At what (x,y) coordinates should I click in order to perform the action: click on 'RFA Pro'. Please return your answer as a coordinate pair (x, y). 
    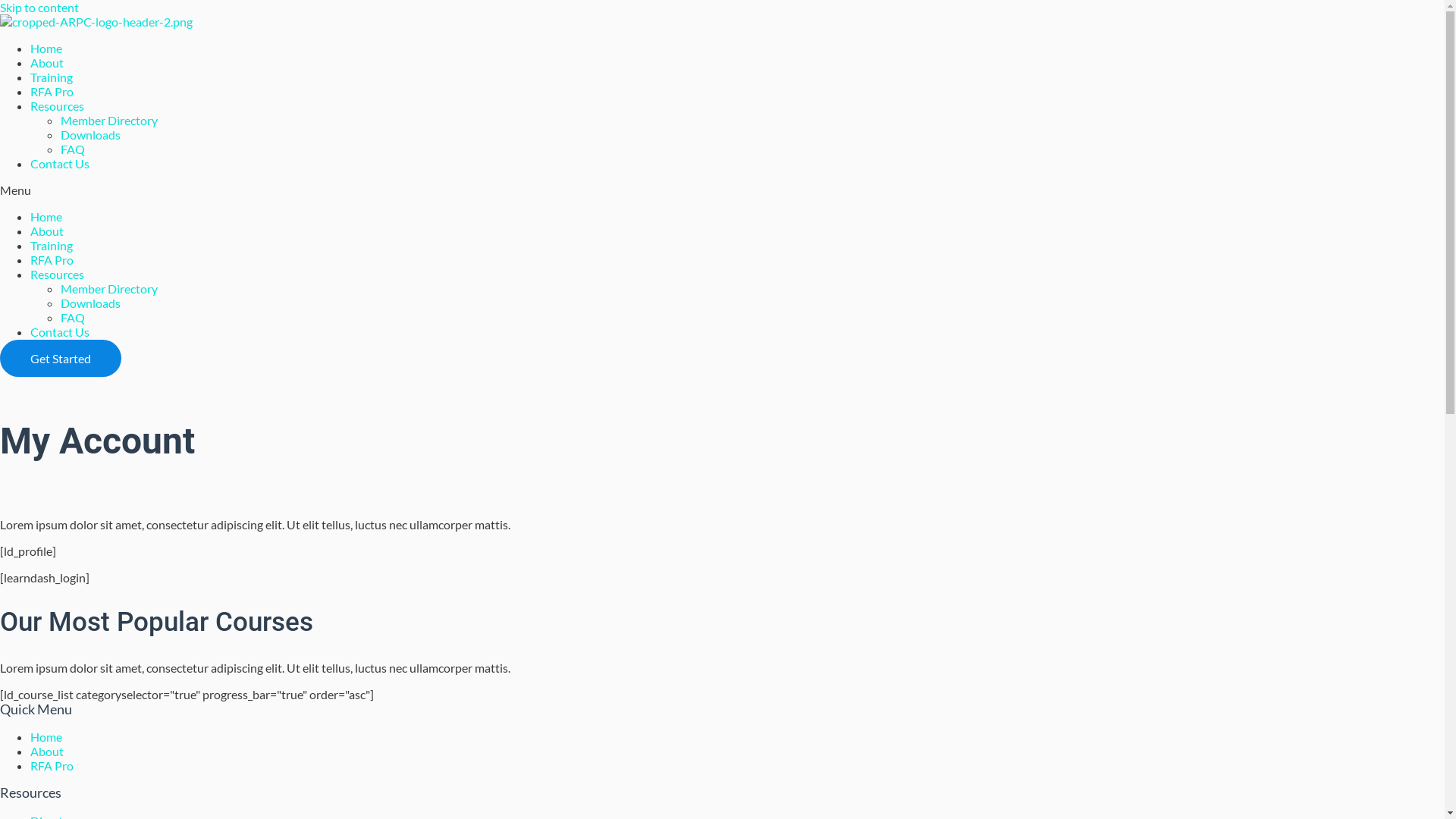
    Looking at the image, I should click on (52, 765).